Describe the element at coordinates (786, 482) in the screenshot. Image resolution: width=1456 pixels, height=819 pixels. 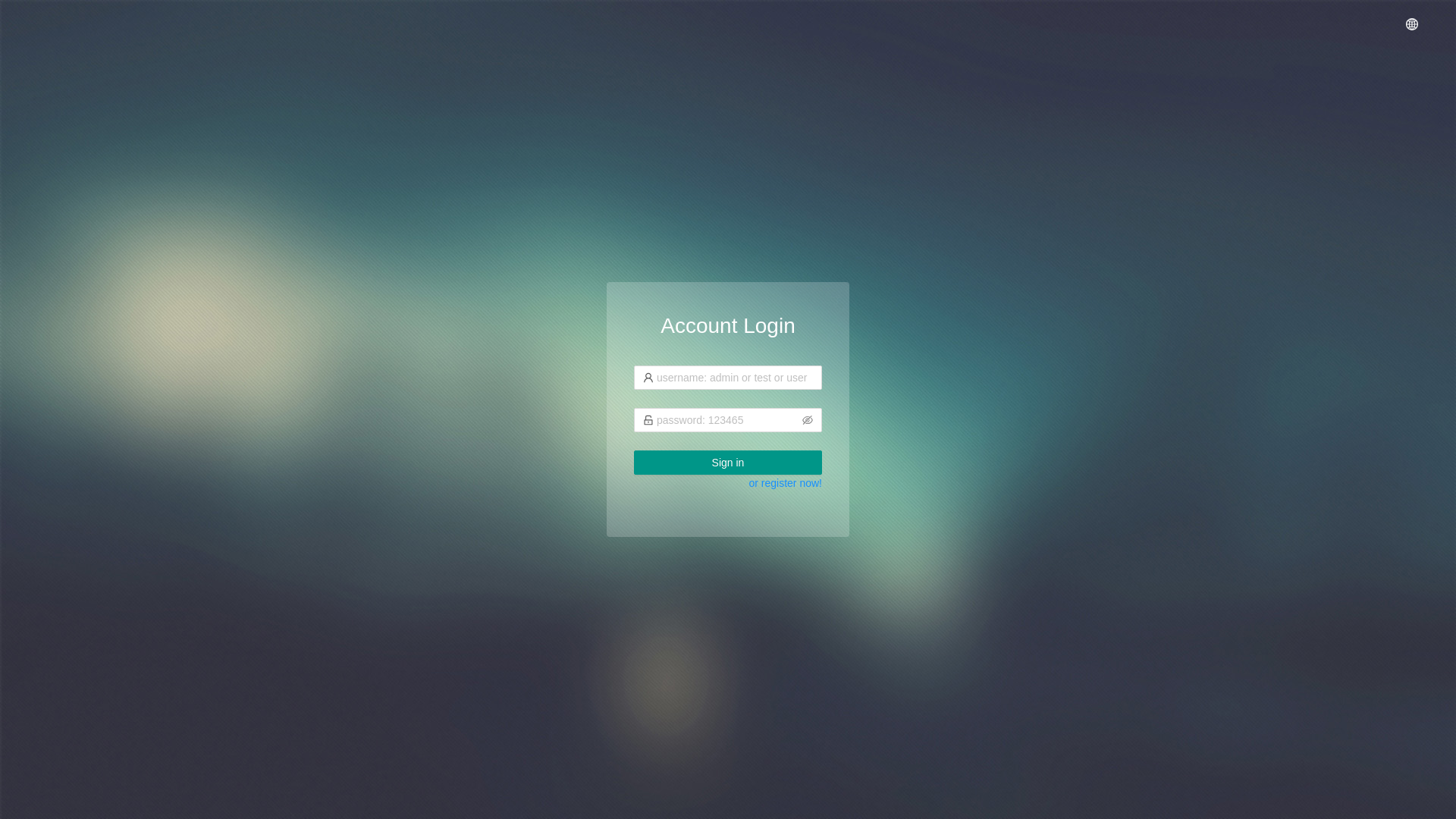
I see `'or register now!'` at that location.